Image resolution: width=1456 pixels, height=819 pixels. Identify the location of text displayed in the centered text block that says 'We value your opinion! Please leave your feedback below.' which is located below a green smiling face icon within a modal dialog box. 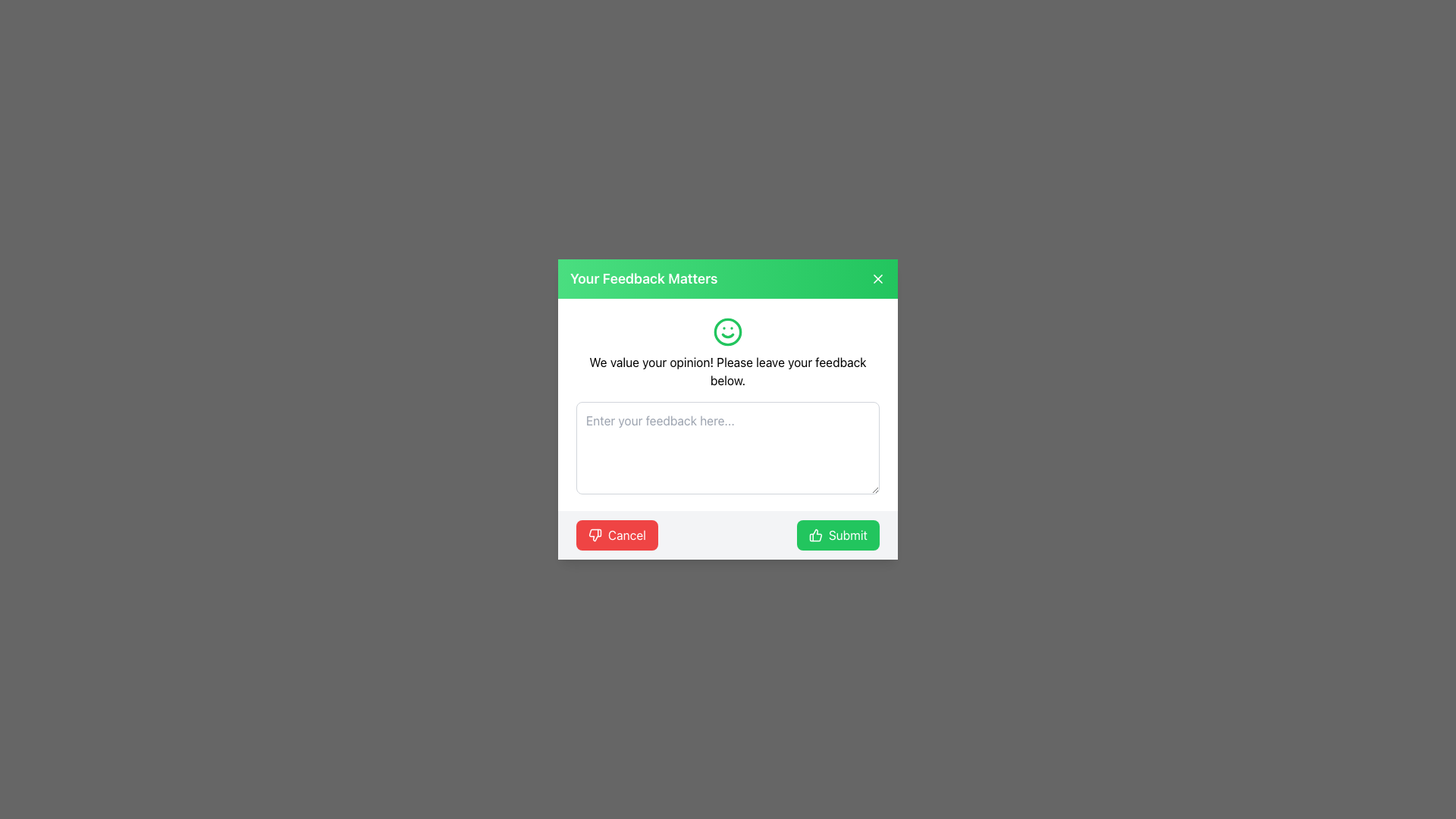
(728, 353).